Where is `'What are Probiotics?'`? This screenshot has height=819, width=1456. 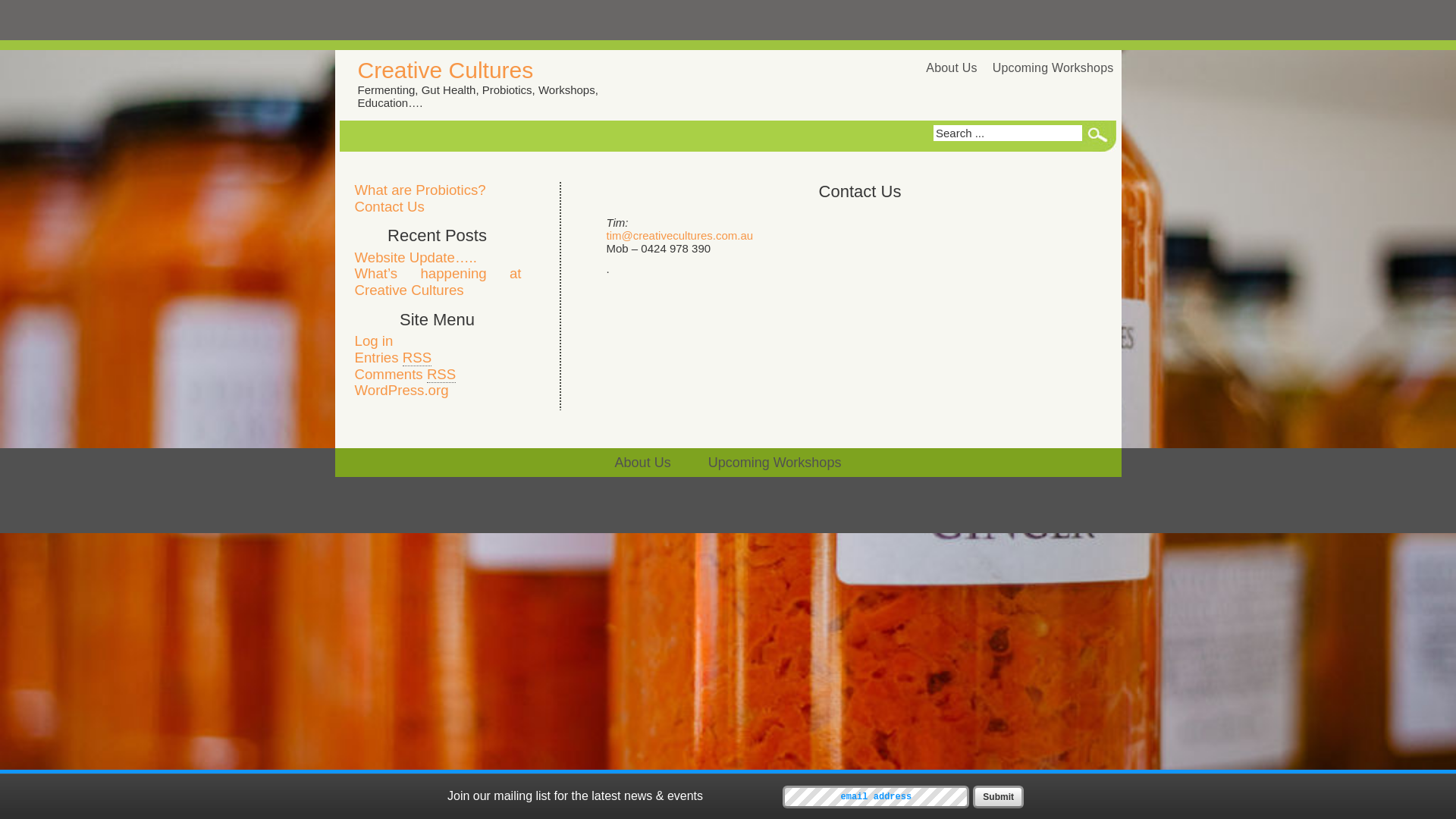
'What are Probiotics?' is located at coordinates (420, 189).